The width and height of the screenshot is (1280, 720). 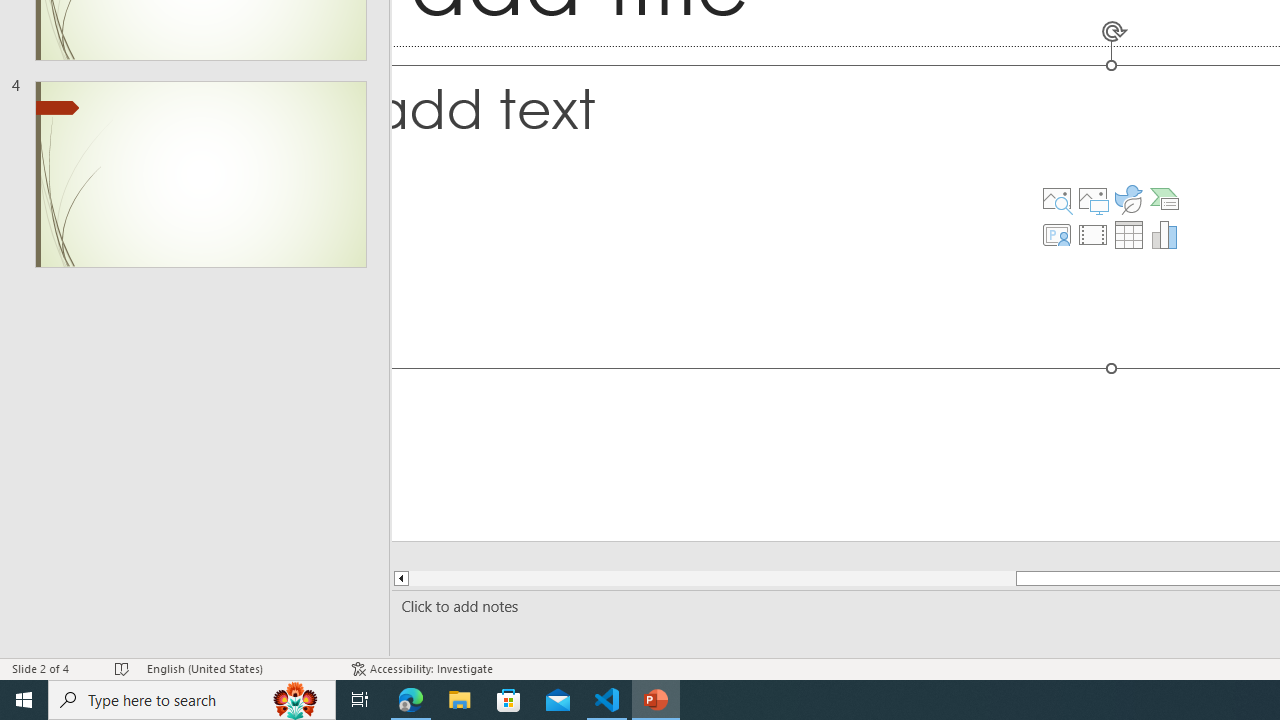 What do you see at coordinates (1055, 199) in the screenshot?
I see `'Stock Images'` at bounding box center [1055, 199].